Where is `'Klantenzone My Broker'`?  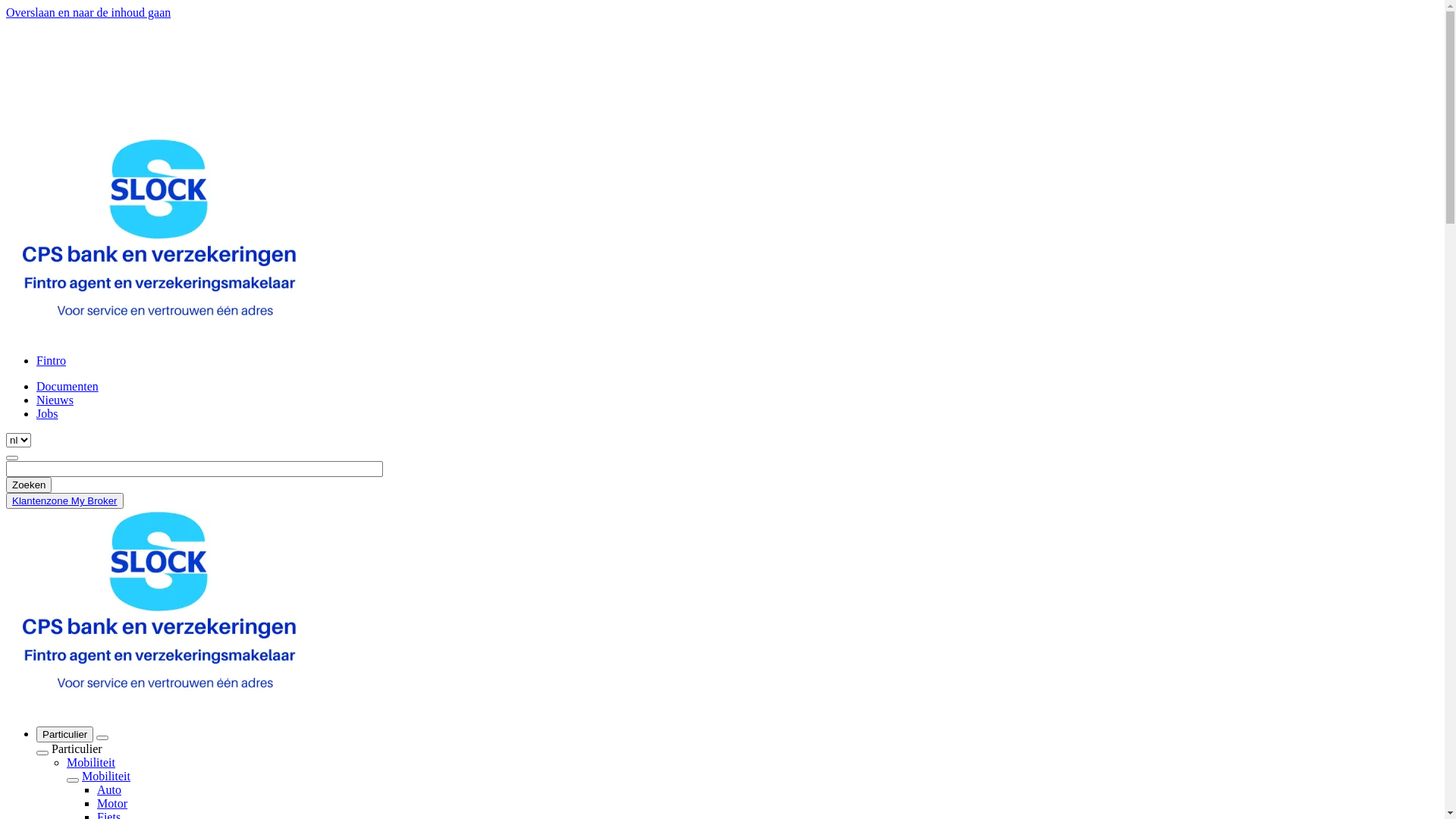
'Klantenzone My Broker' is located at coordinates (64, 500).